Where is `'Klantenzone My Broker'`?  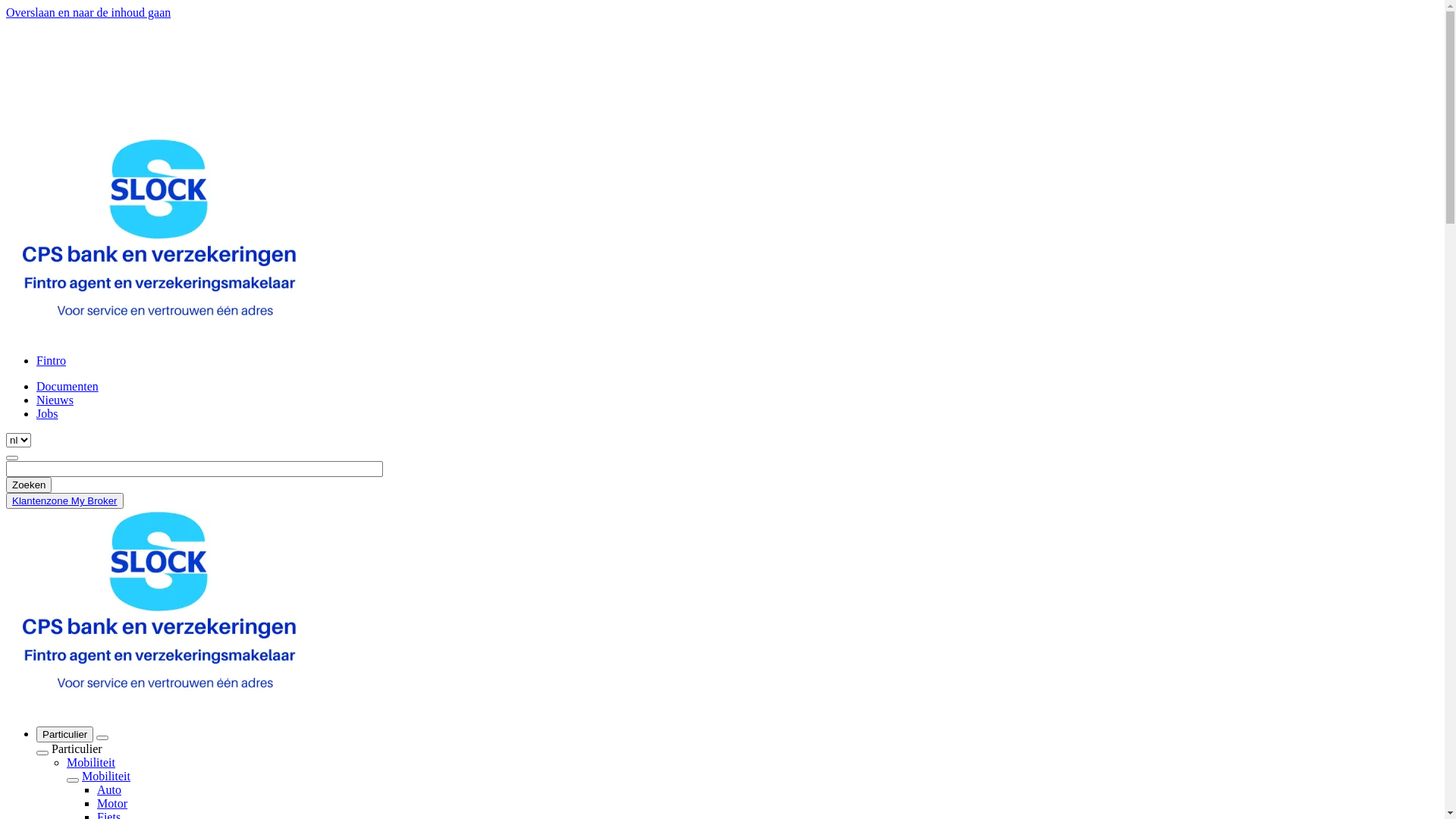
'Klantenzone My Broker' is located at coordinates (64, 500).